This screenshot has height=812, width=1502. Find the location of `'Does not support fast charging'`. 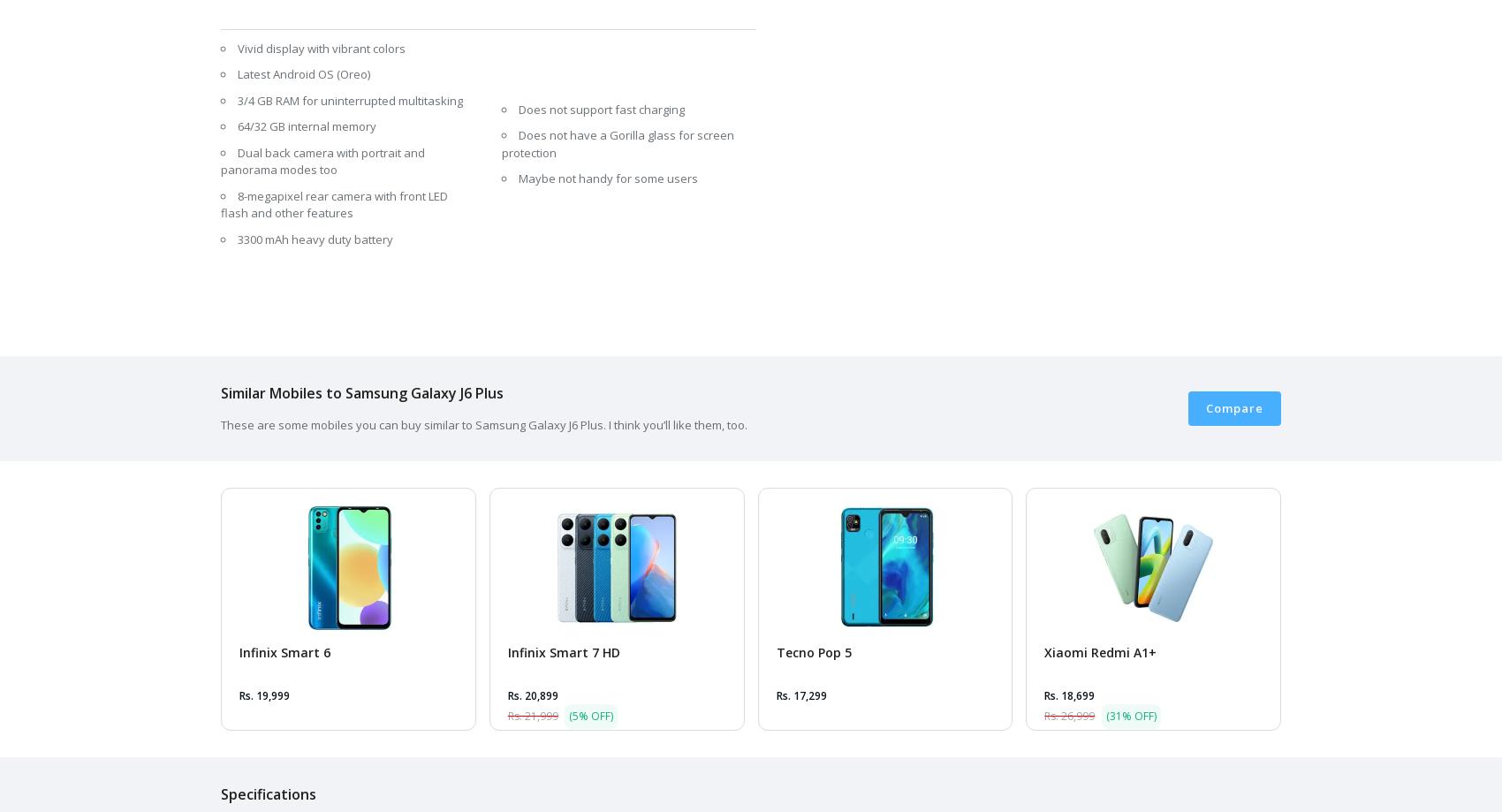

'Does not support fast charging' is located at coordinates (602, 107).